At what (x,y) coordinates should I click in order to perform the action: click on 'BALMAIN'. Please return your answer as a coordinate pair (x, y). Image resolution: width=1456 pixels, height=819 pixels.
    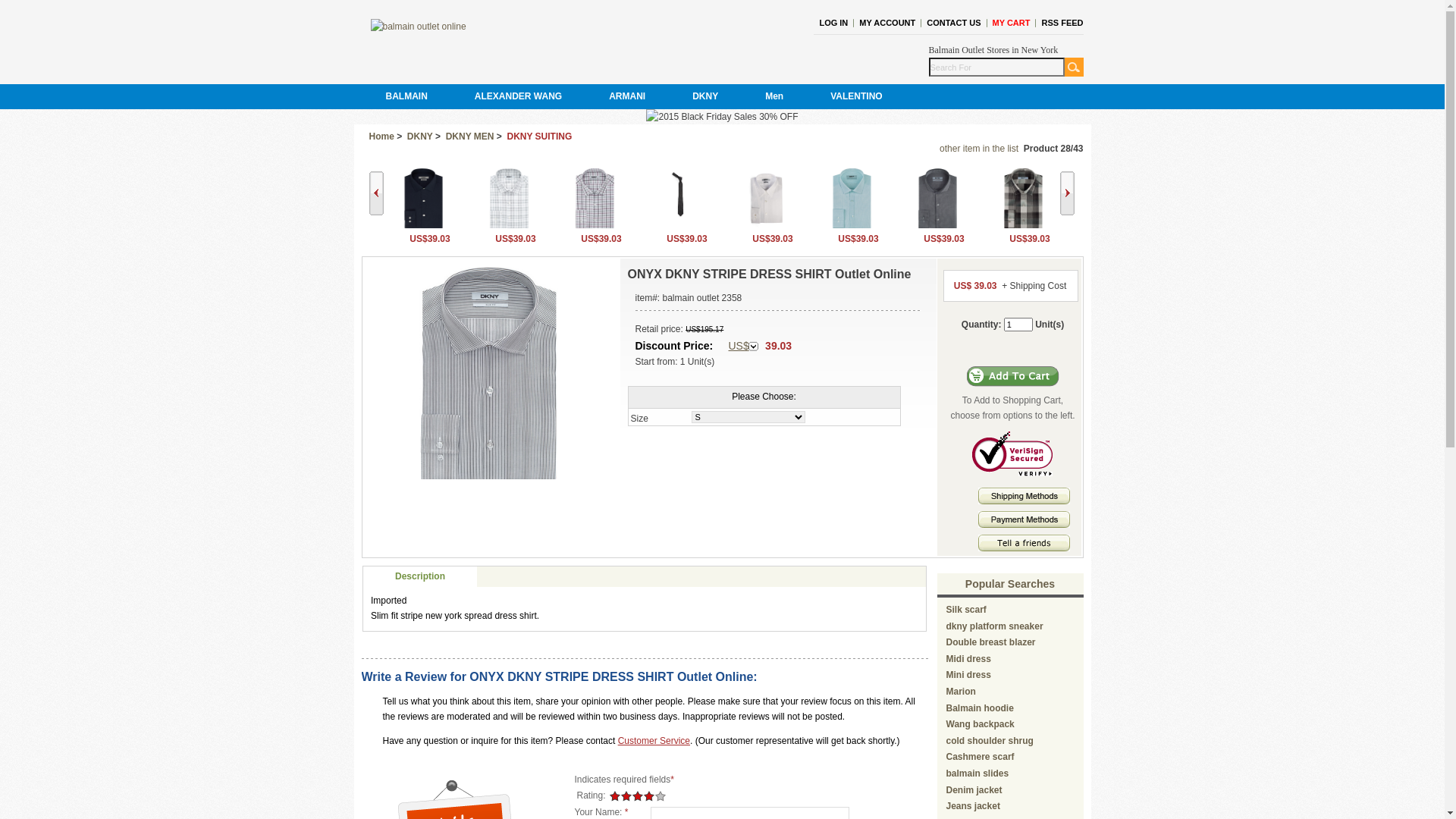
    Looking at the image, I should click on (362, 96).